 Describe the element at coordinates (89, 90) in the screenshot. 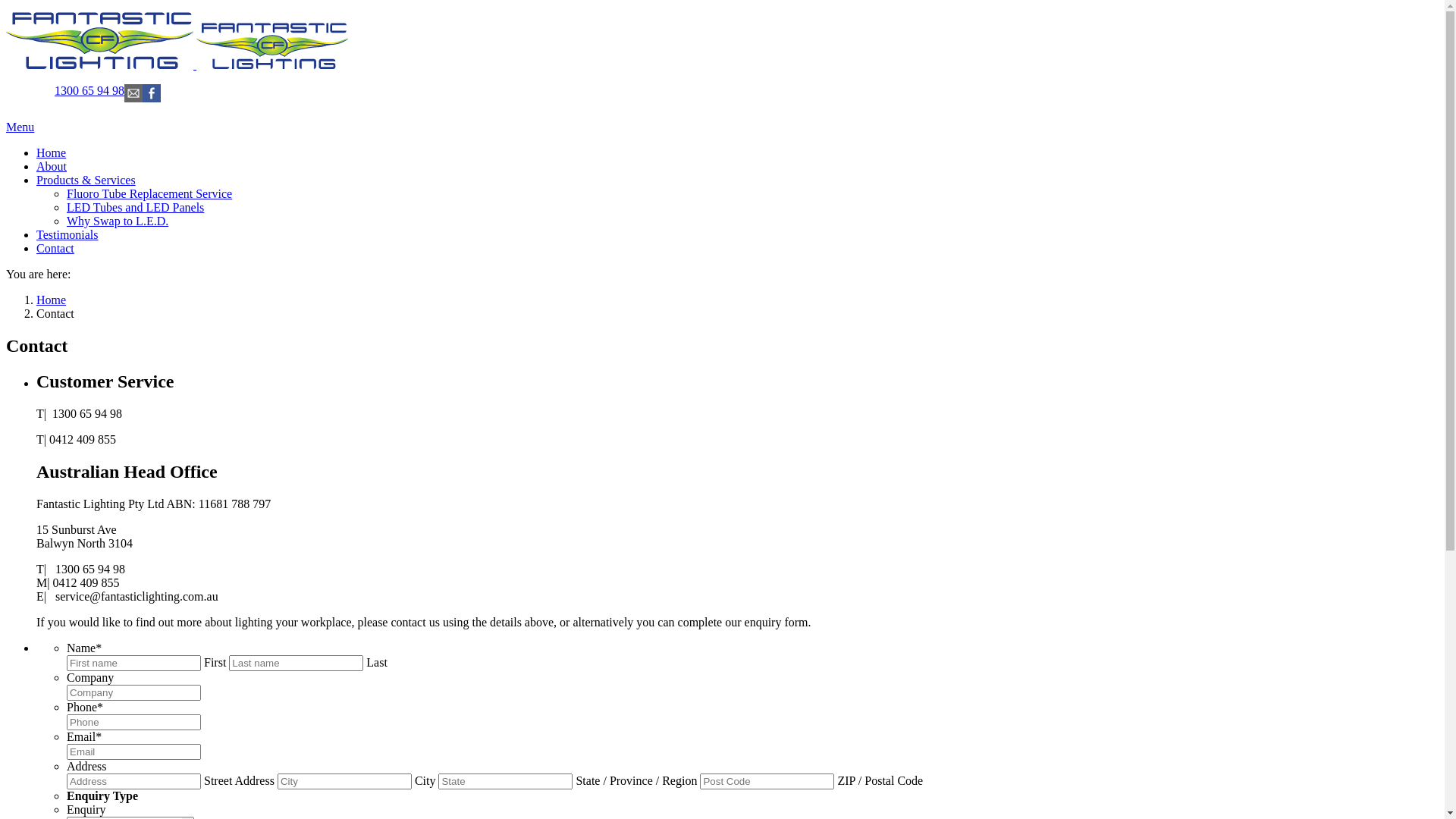

I see `'1300 65 94 98'` at that location.